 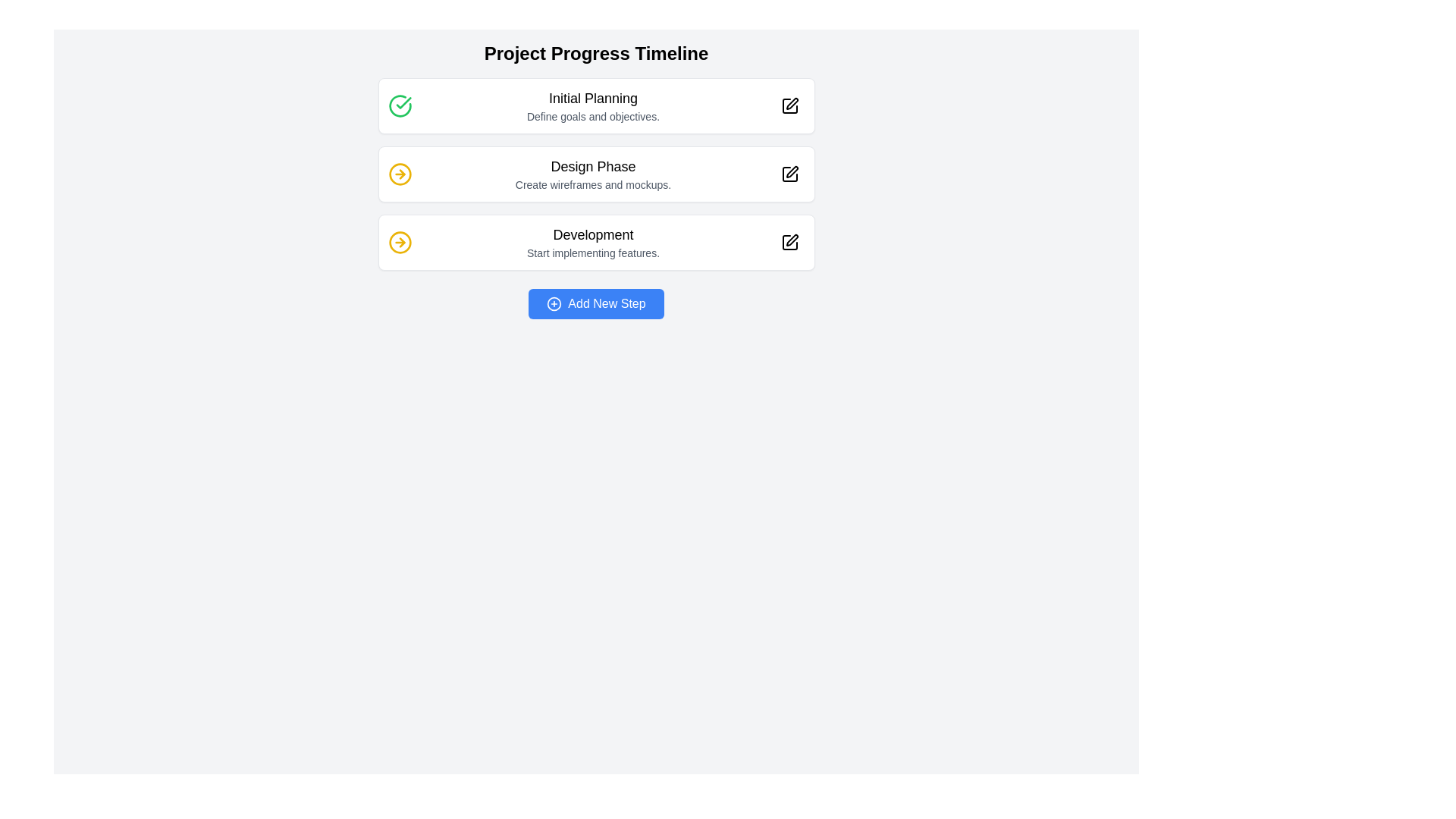 What do you see at coordinates (791, 171) in the screenshot?
I see `the edit icon in the 'Design Phase' section` at bounding box center [791, 171].